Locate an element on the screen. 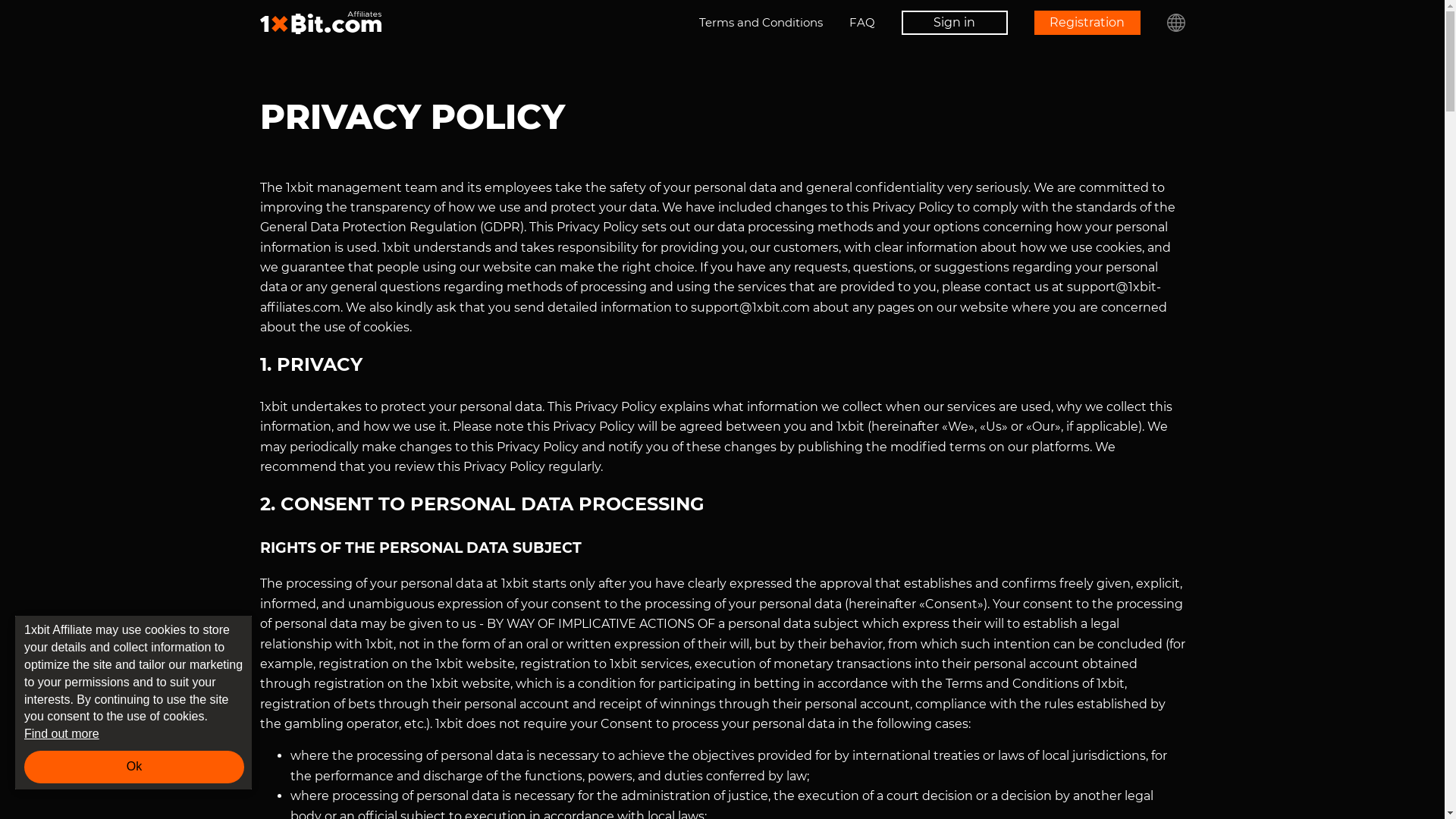 Image resolution: width=1456 pixels, height=819 pixels. 'Registration' is located at coordinates (1087, 23).